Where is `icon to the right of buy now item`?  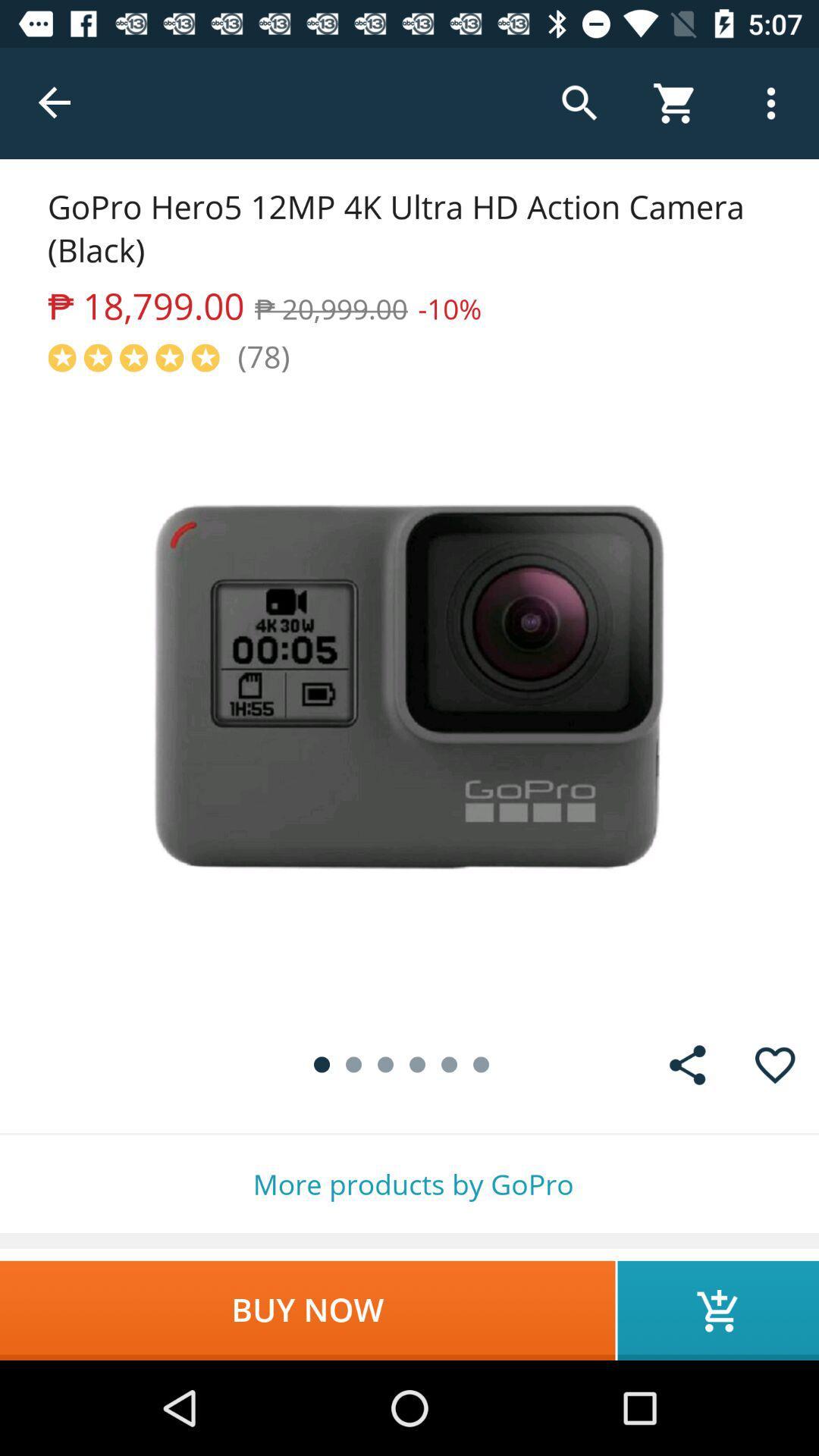
icon to the right of buy now item is located at coordinates (717, 1310).